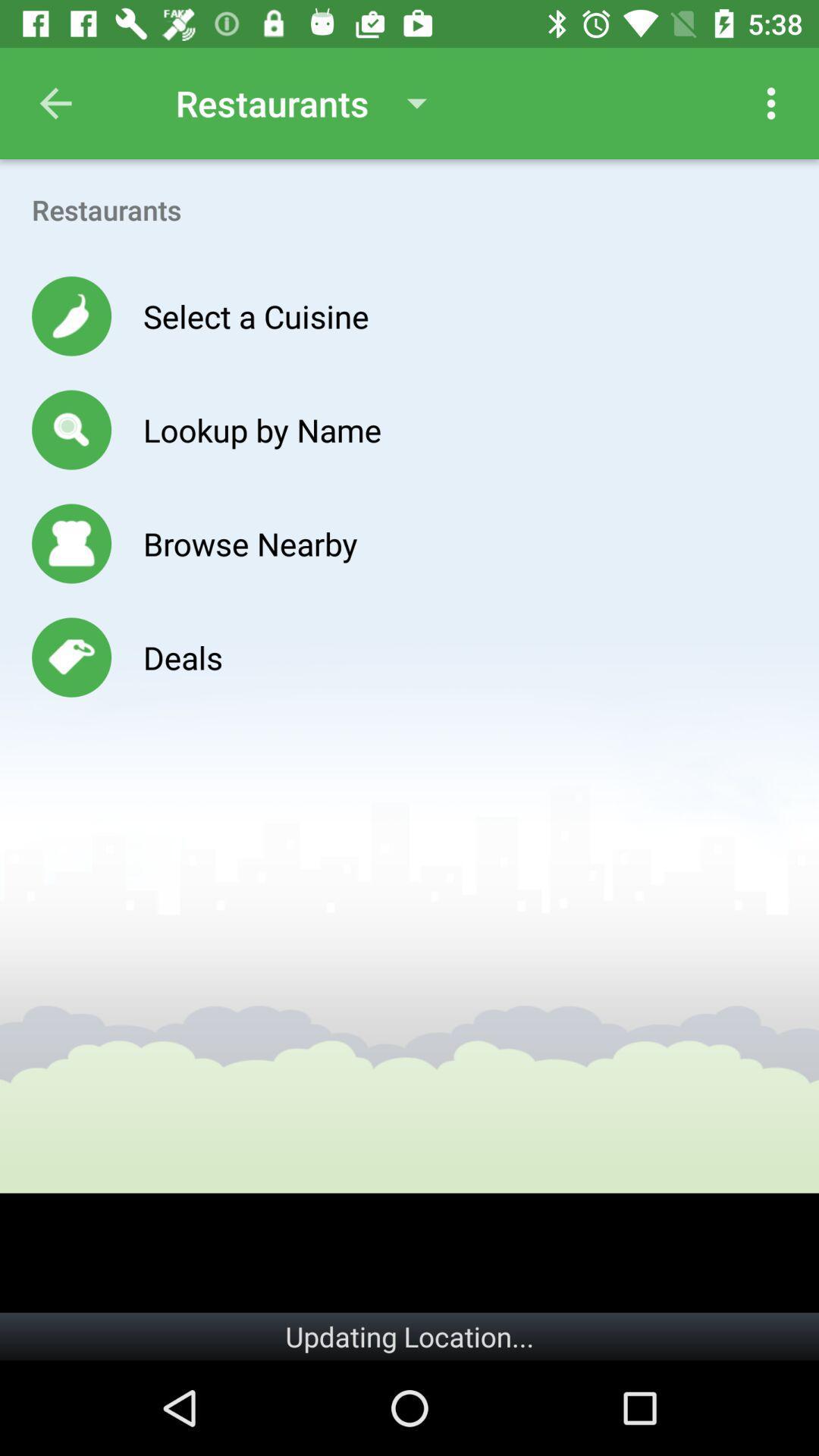  What do you see at coordinates (262, 428) in the screenshot?
I see `the lookup by name` at bounding box center [262, 428].